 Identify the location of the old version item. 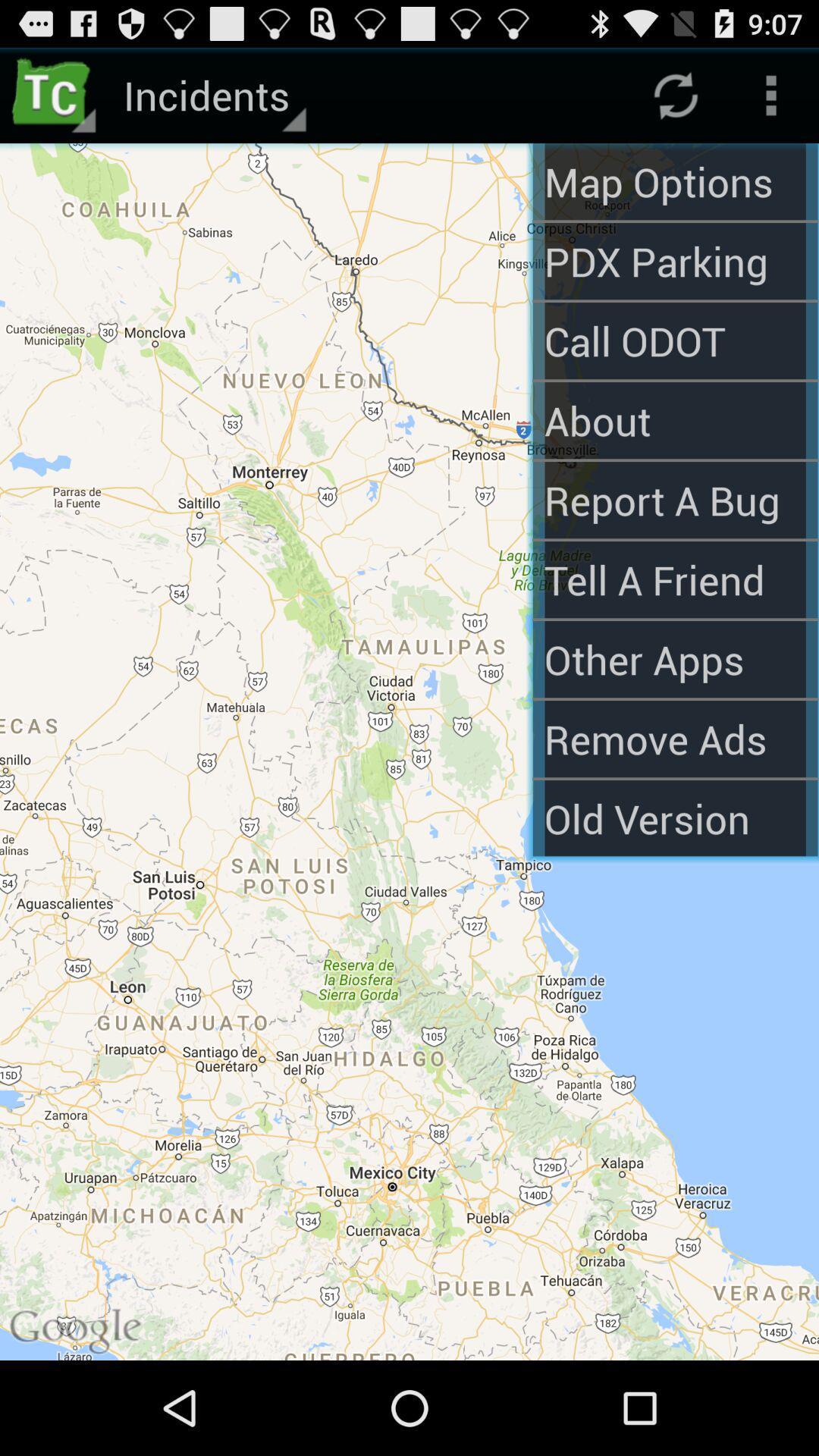
(674, 817).